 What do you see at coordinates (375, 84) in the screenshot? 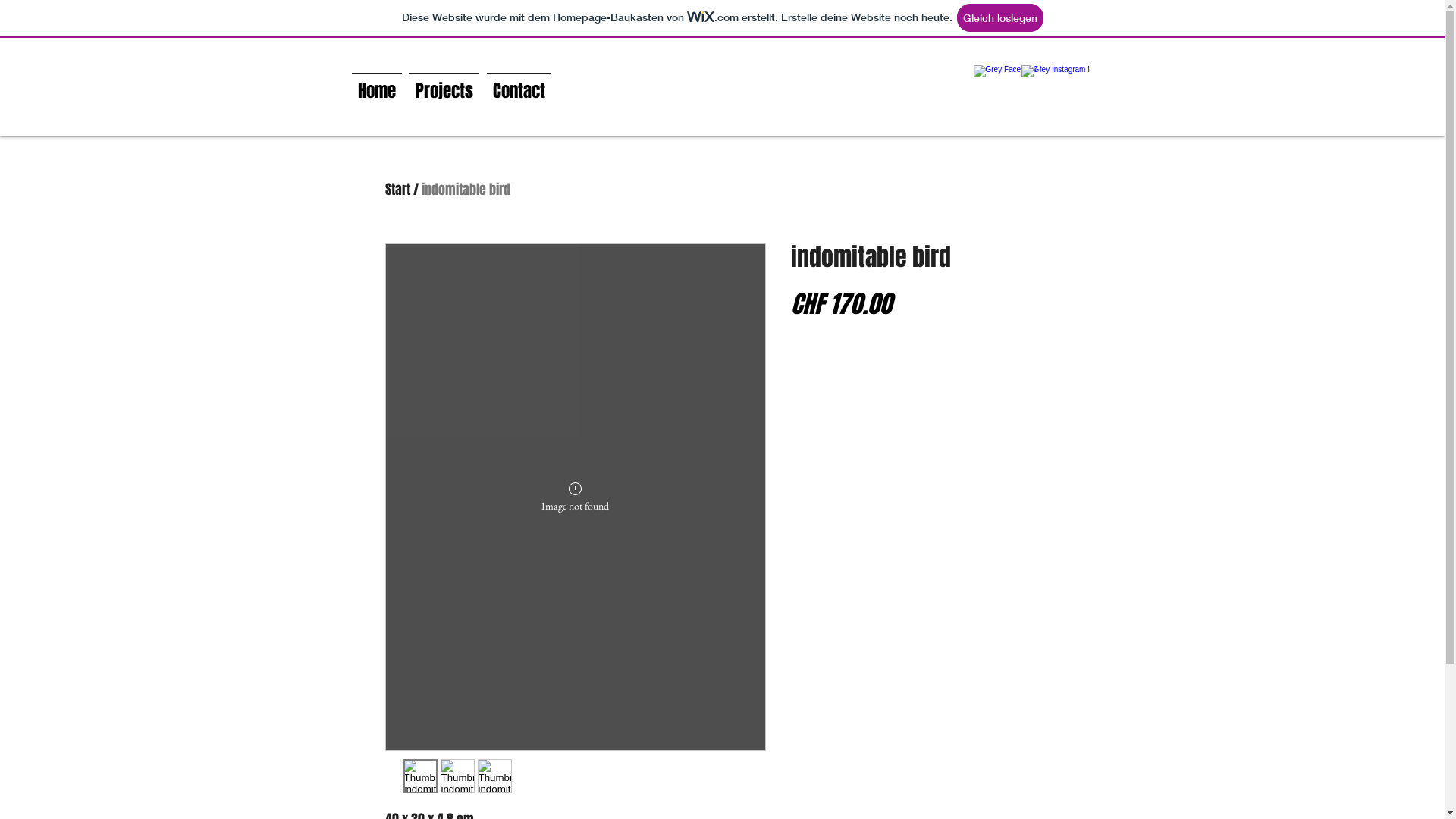
I see `'Home'` at bounding box center [375, 84].